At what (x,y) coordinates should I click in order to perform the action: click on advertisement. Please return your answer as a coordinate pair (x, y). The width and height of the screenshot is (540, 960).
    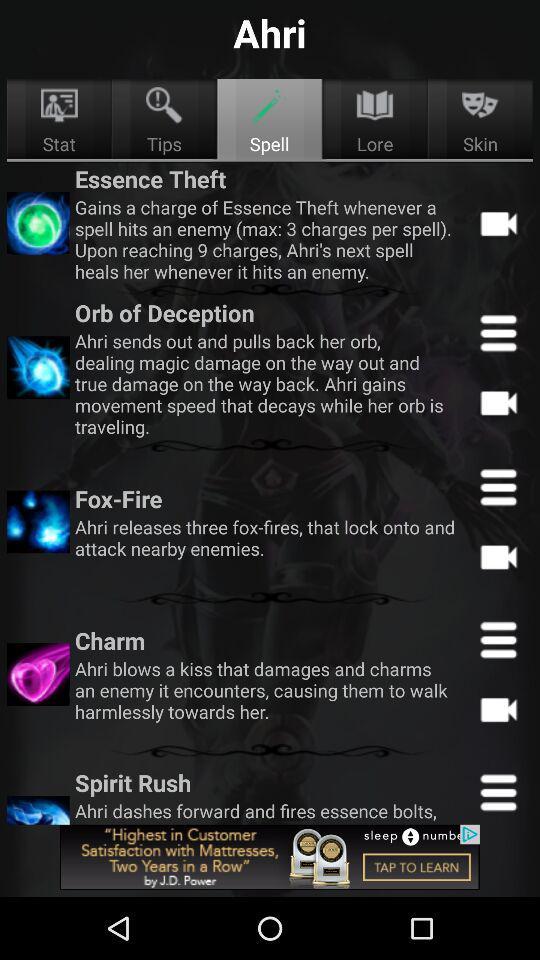
    Looking at the image, I should click on (270, 856).